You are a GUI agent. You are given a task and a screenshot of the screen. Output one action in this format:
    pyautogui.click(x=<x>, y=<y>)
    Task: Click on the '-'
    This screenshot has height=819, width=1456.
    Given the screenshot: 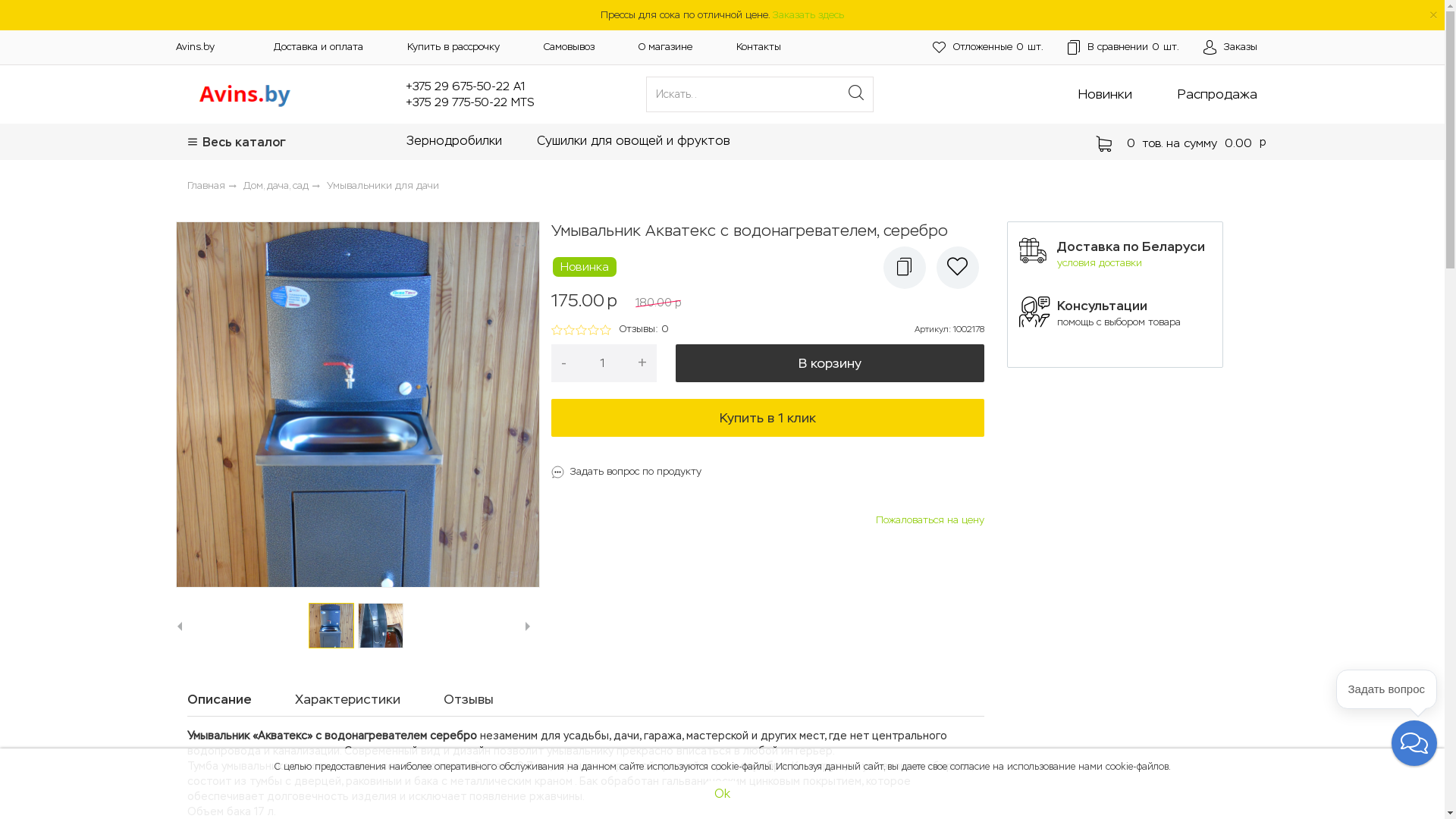 What is the action you would take?
    pyautogui.click(x=550, y=362)
    